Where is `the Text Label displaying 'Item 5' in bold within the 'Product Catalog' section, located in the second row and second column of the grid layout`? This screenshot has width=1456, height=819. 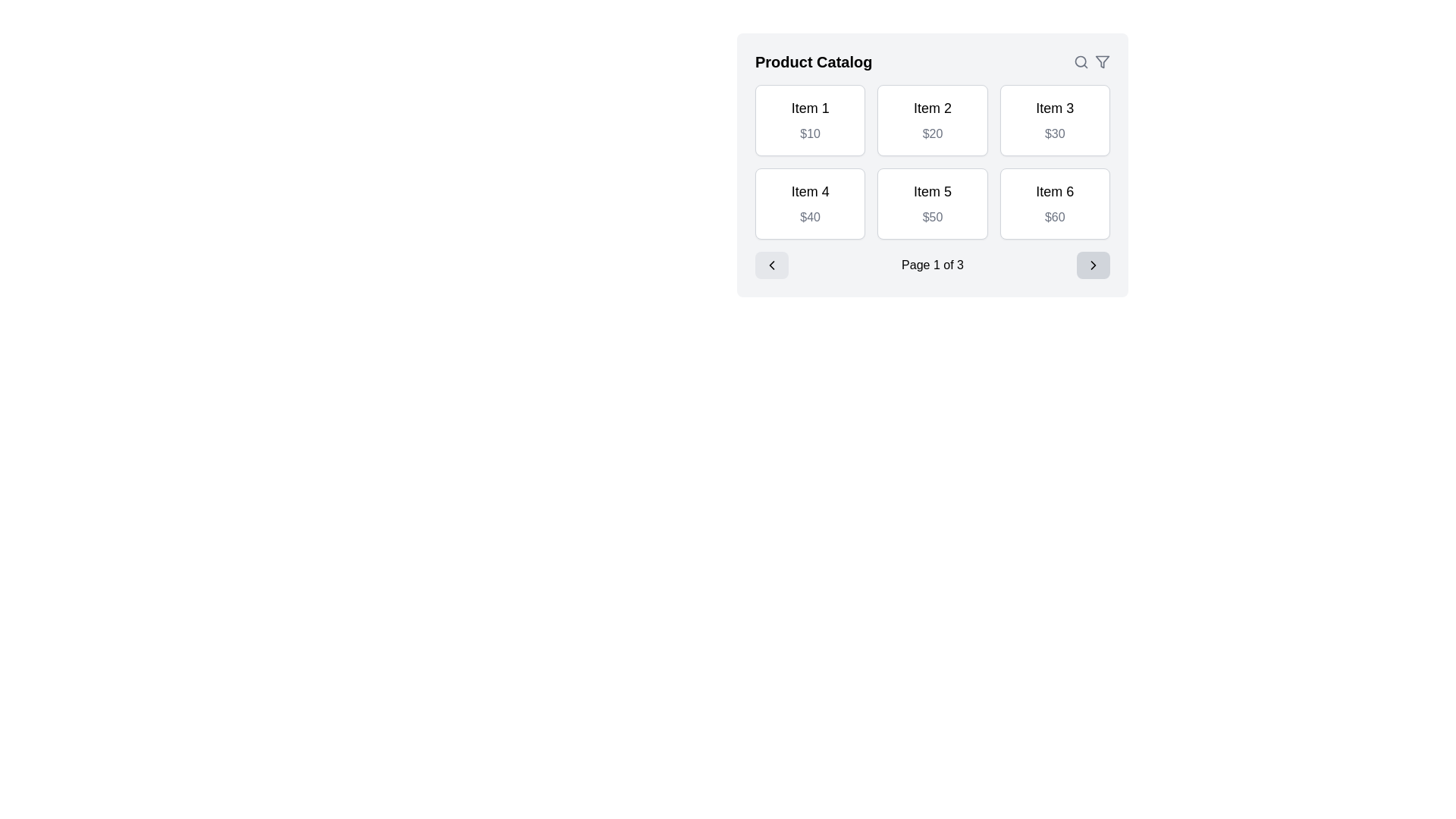
the Text Label displaying 'Item 5' in bold within the 'Product Catalog' section, located in the second row and second column of the grid layout is located at coordinates (931, 191).